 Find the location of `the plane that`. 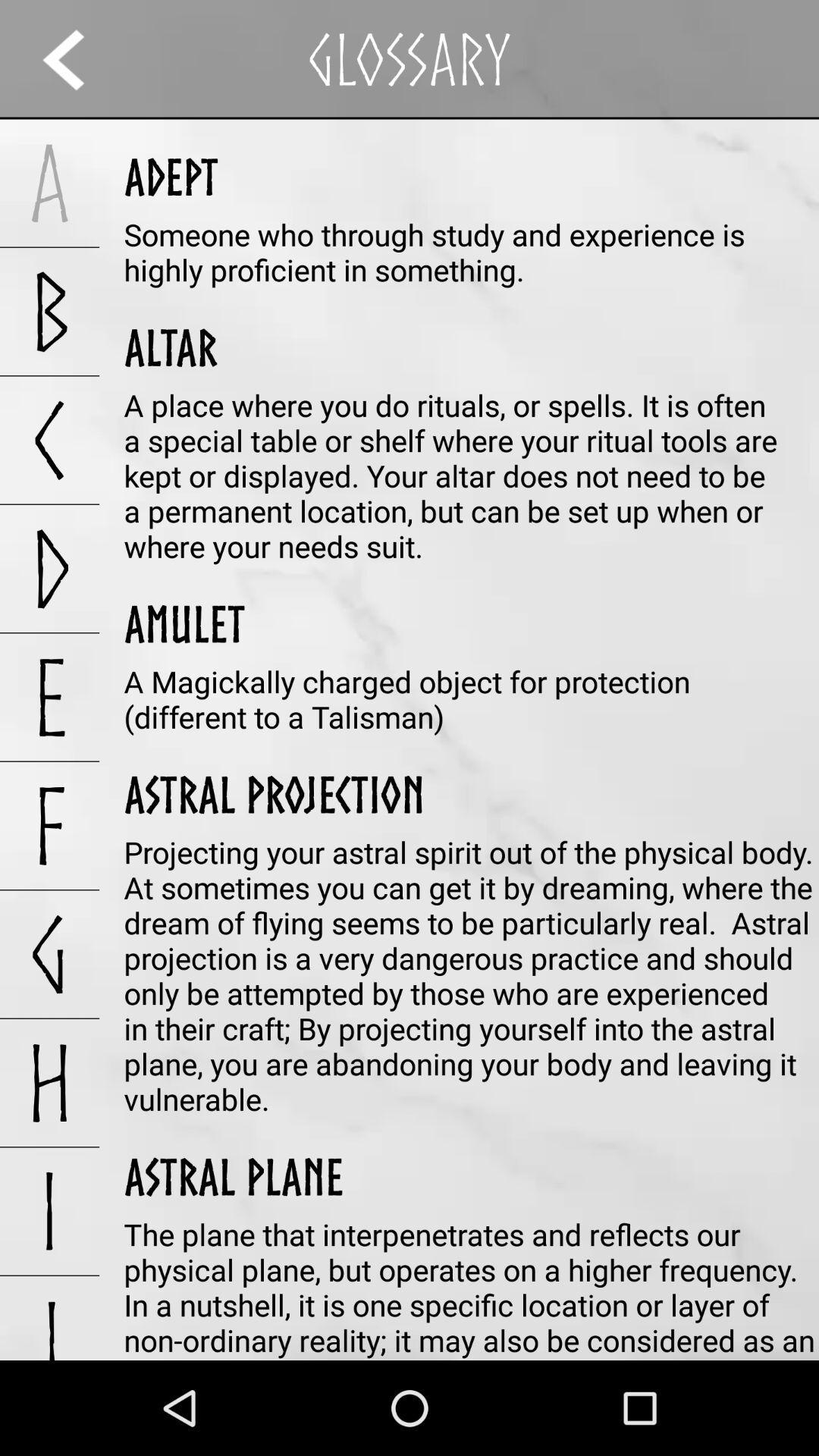

the plane that is located at coordinates (470, 1286).